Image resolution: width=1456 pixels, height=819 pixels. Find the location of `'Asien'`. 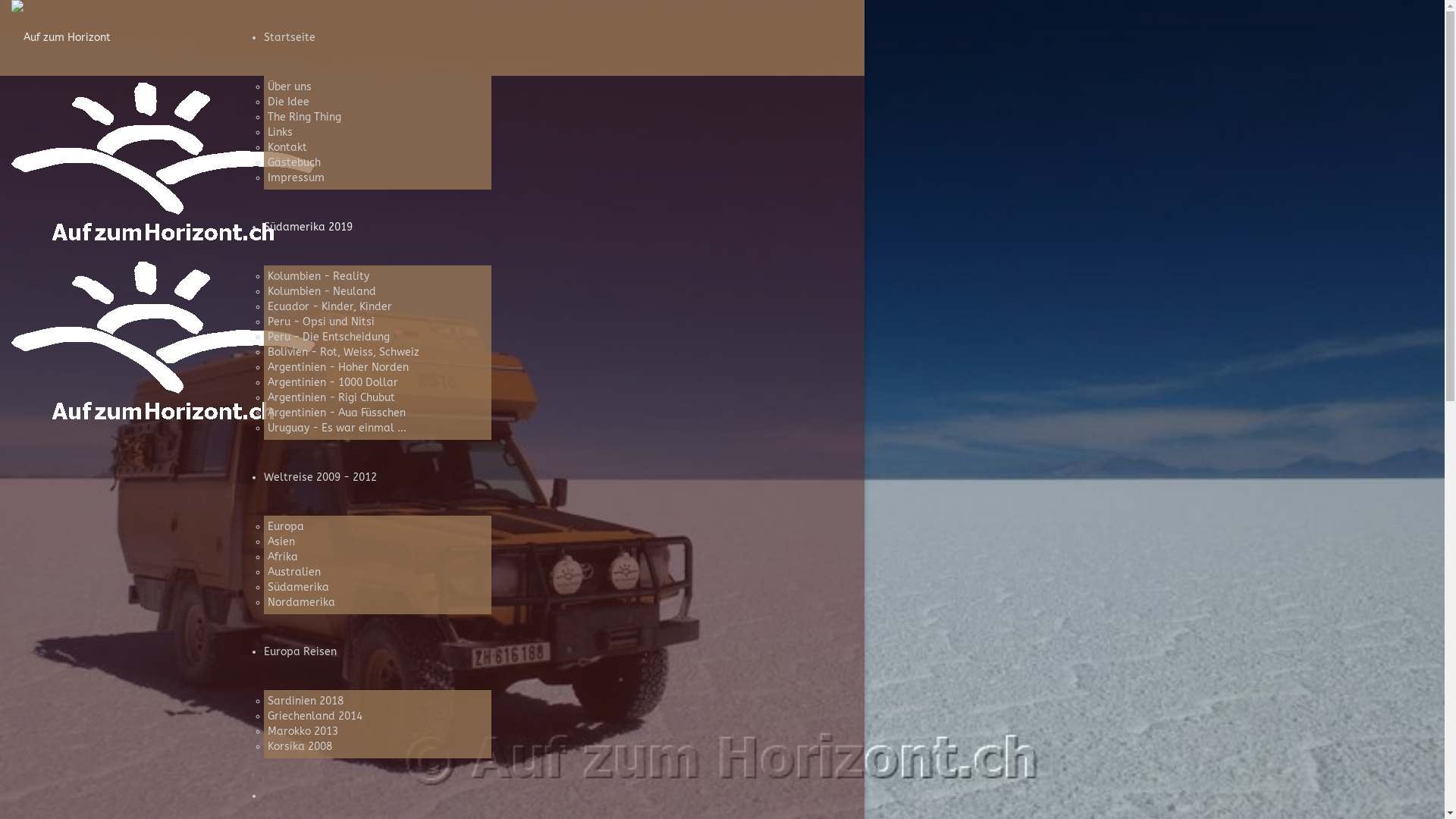

'Asien' is located at coordinates (280, 541).